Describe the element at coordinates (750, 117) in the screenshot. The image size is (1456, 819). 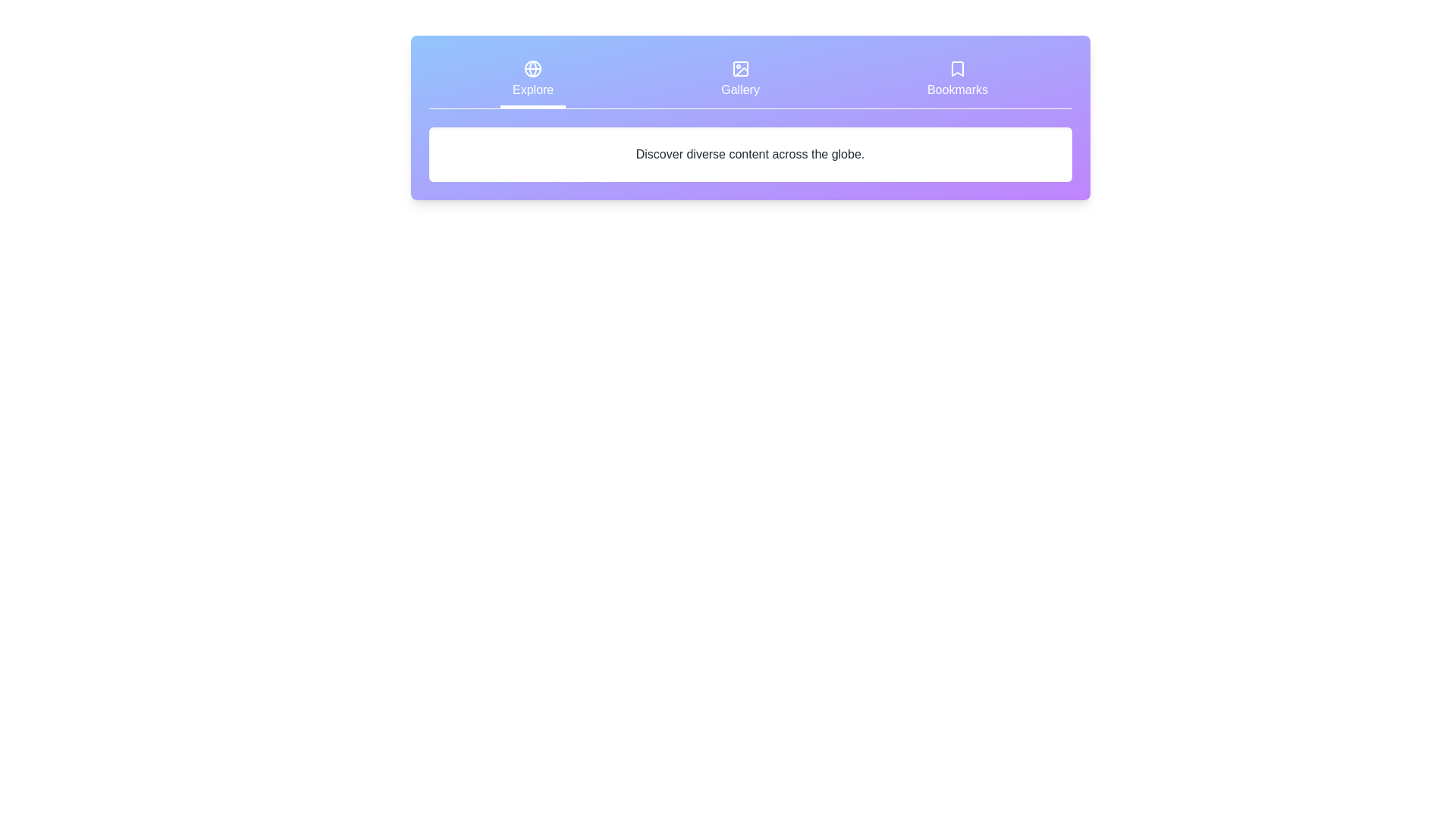
I see `the gradient background to initiate interaction` at that location.